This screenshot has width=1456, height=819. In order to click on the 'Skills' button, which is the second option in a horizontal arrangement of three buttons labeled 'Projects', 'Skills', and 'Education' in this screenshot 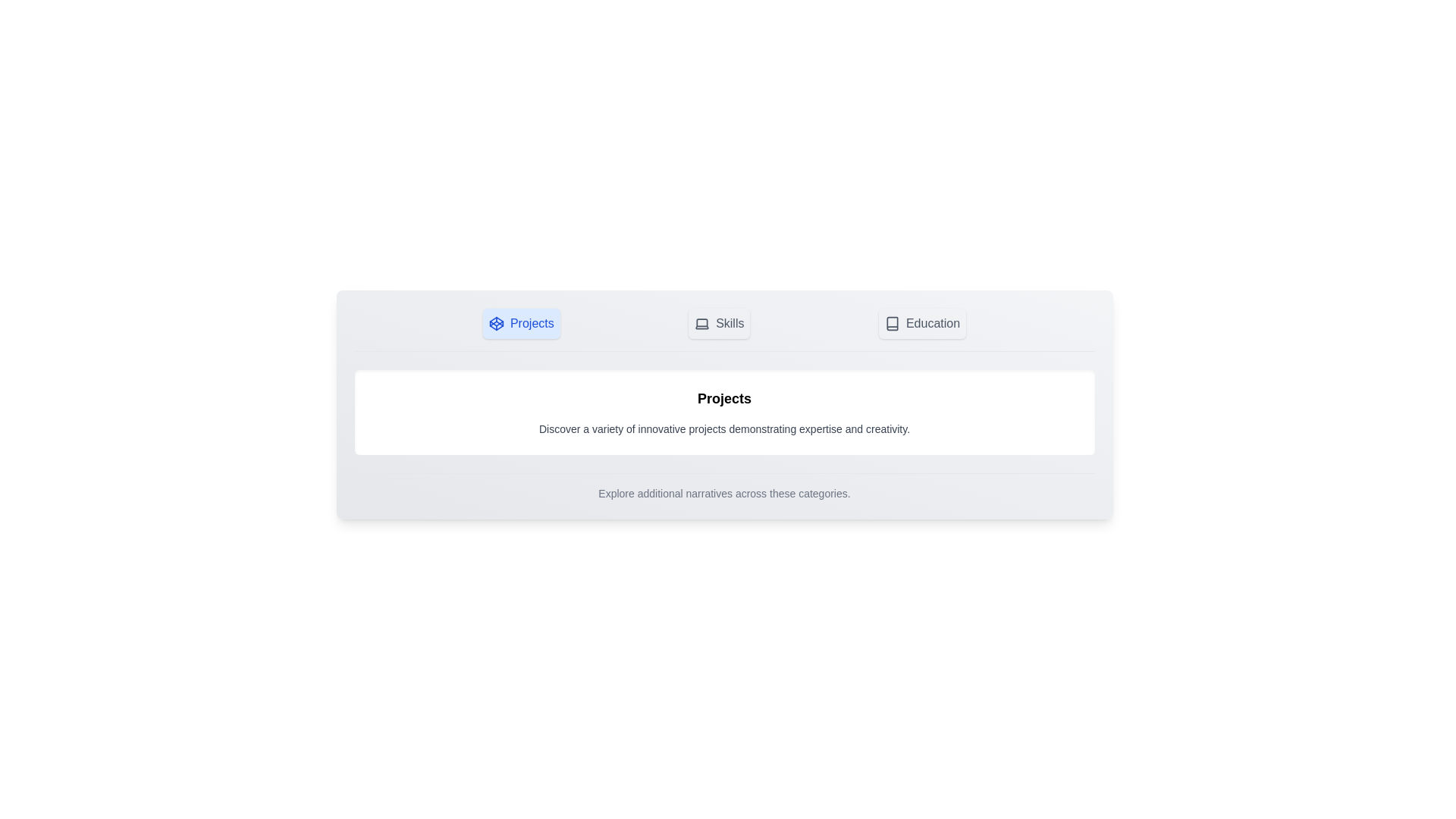, I will do `click(718, 323)`.